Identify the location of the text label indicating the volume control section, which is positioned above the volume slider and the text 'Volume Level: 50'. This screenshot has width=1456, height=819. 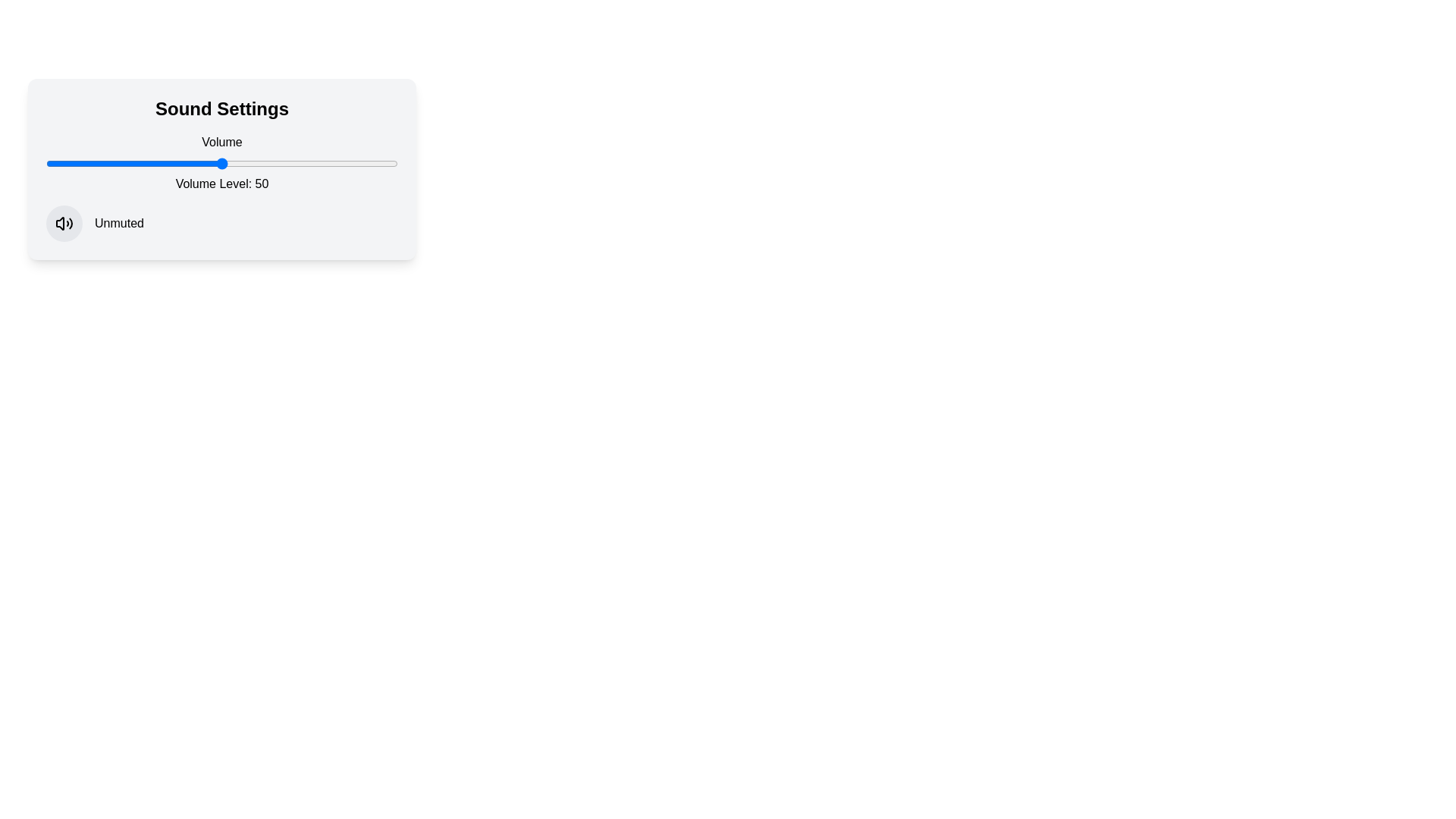
(221, 142).